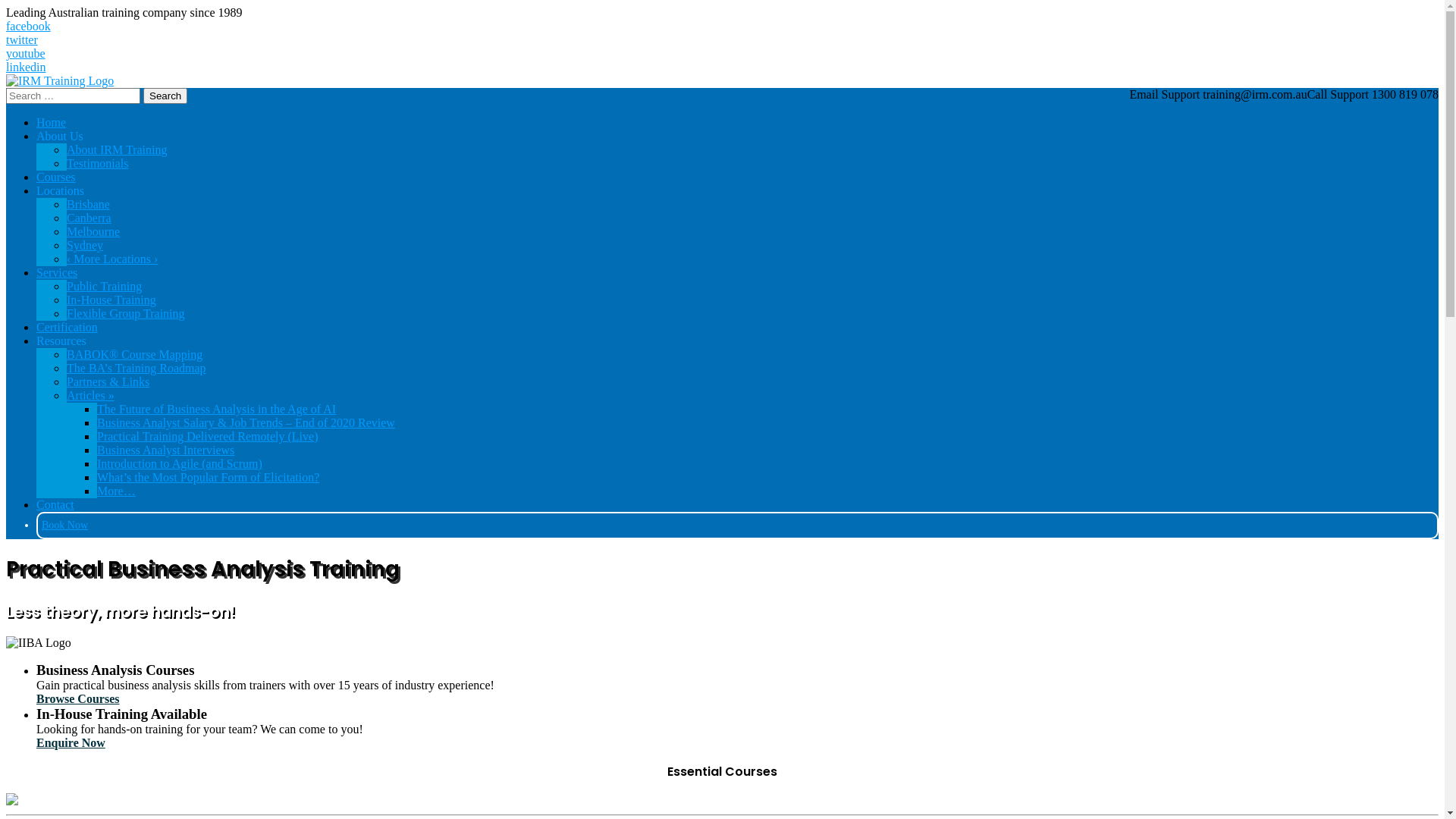 The image size is (1456, 819). Describe the element at coordinates (165, 449) in the screenshot. I see `'Business Analyst Interviews'` at that location.